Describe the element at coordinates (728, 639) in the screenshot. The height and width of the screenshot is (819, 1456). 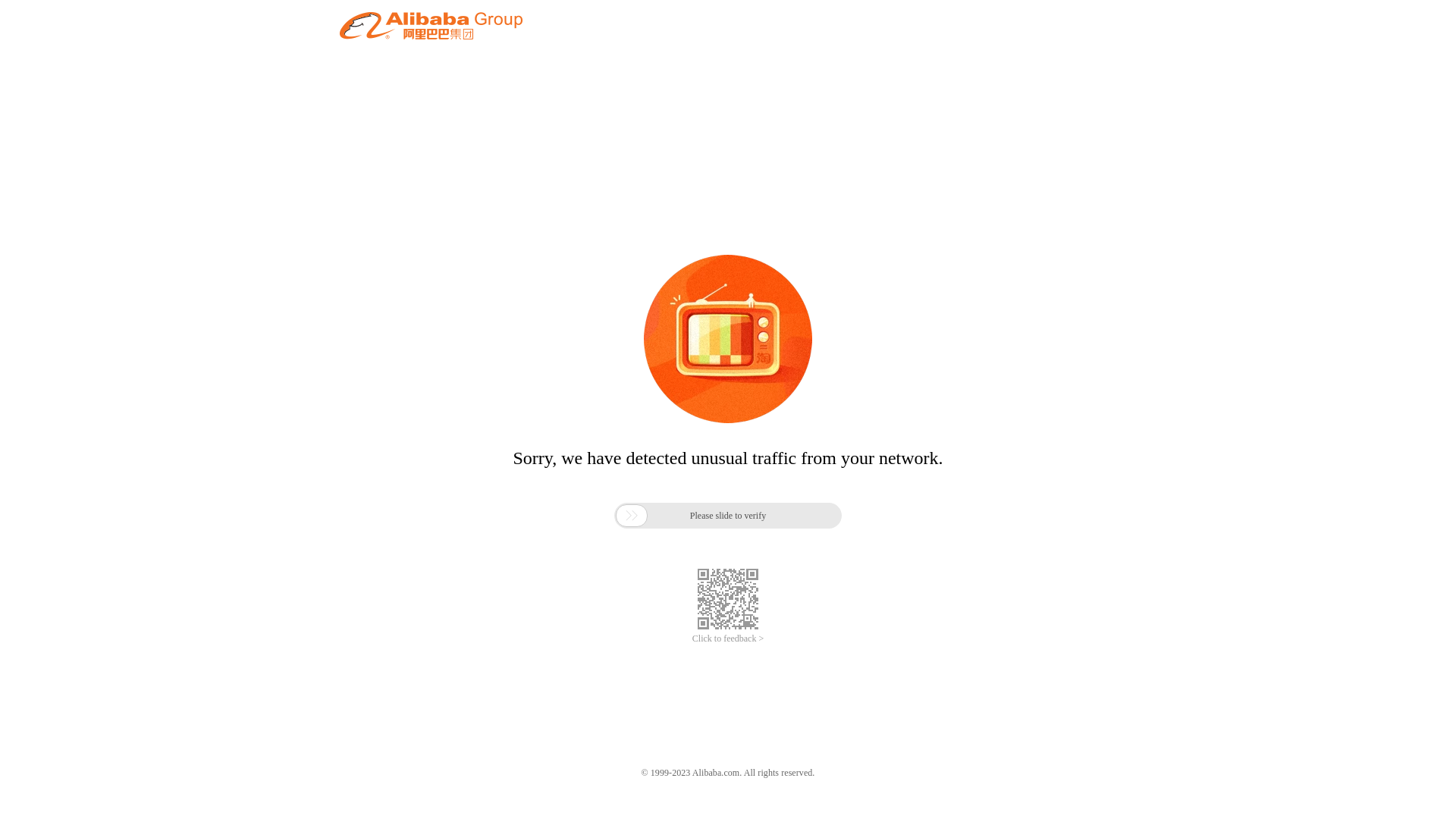
I see `'Click to feedback >'` at that location.